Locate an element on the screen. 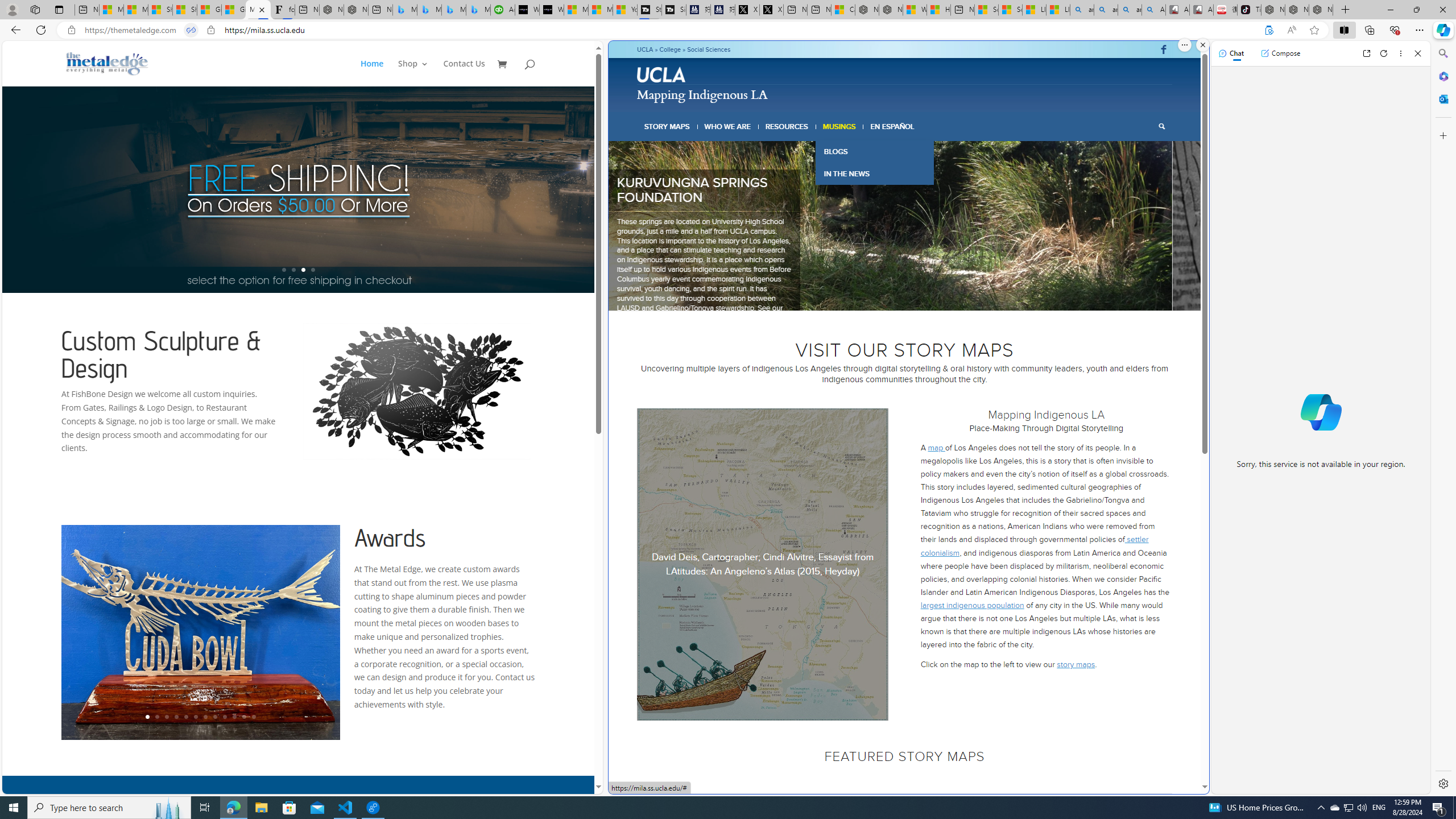 Image resolution: width=1456 pixels, height=819 pixels. 'WHO WE ARE' is located at coordinates (728, 126).